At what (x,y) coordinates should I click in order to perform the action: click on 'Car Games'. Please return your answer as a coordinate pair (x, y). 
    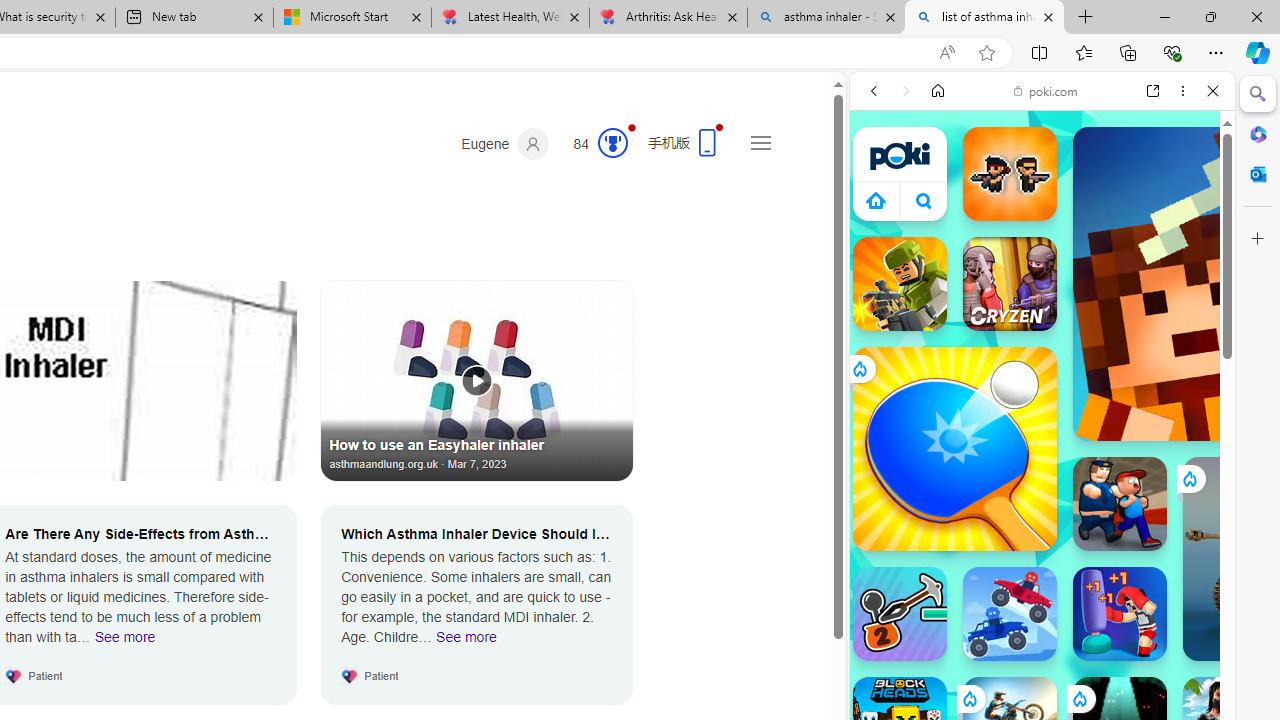
    Looking at the image, I should click on (1041, 470).